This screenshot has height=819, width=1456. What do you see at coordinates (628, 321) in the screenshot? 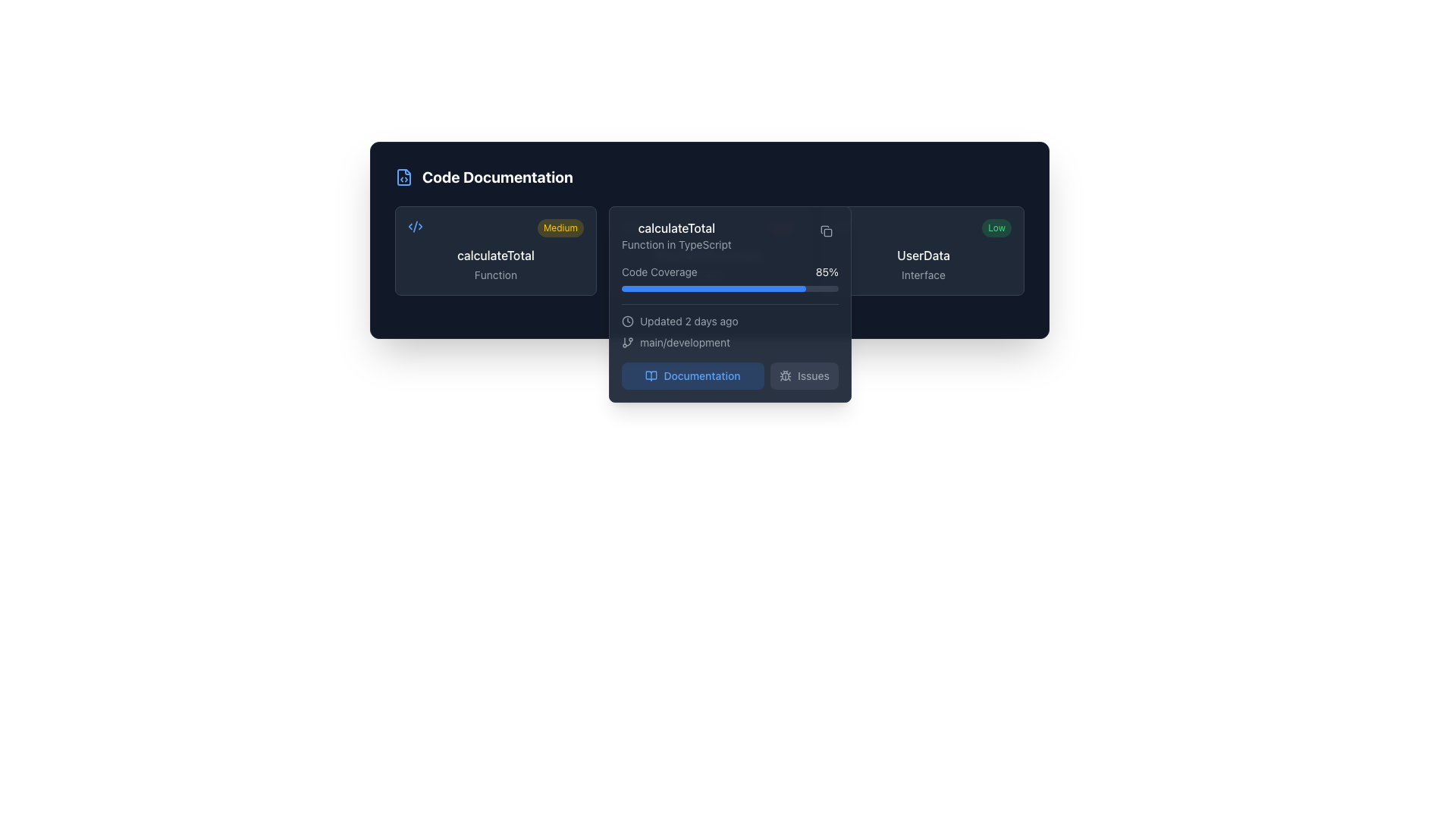
I see `the circular ring at the center of the clock icon, which is located near the top-left corner of the pop-up dialog detailing the 'calculateTotal' function` at bounding box center [628, 321].